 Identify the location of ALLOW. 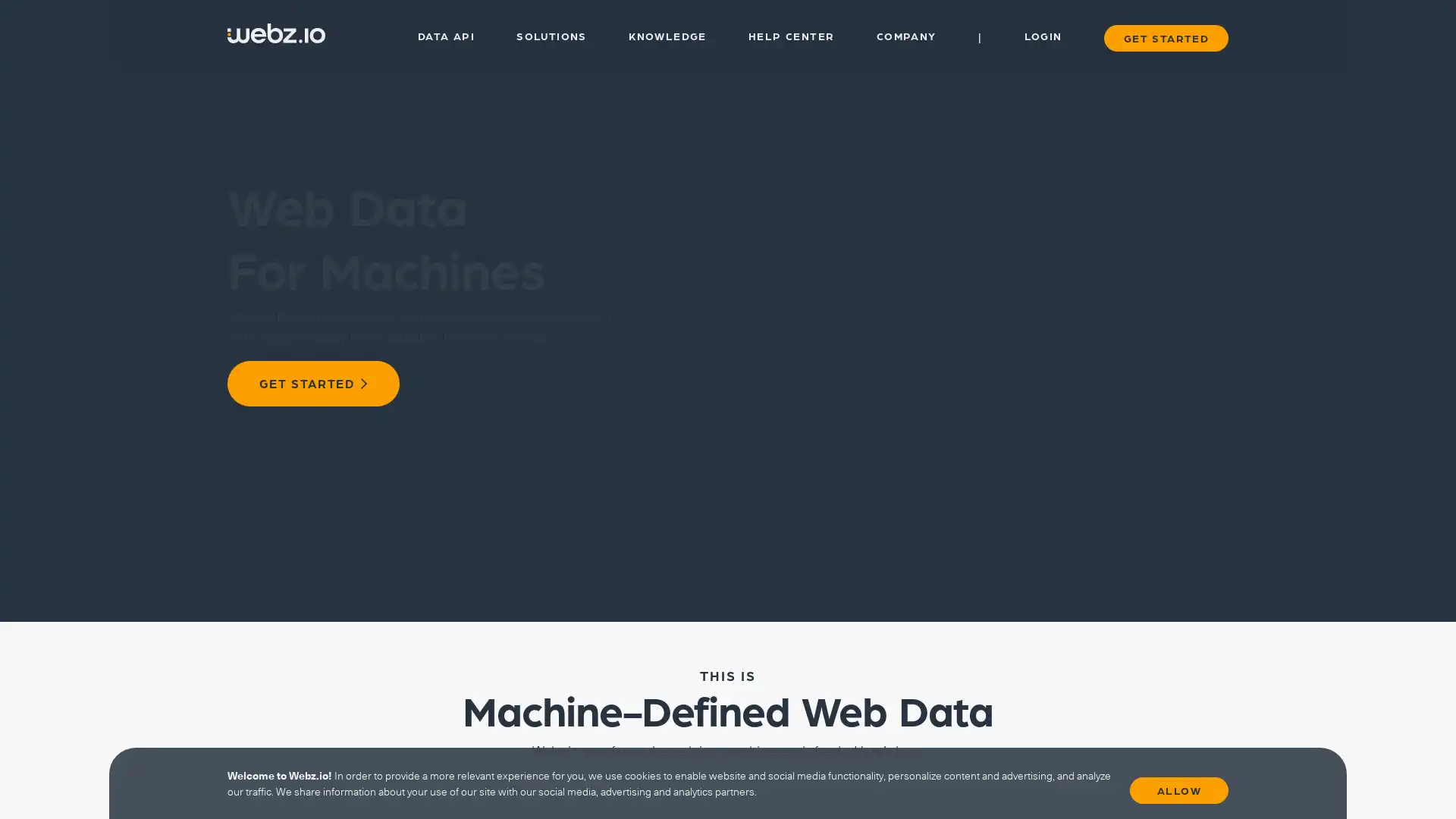
(1178, 786).